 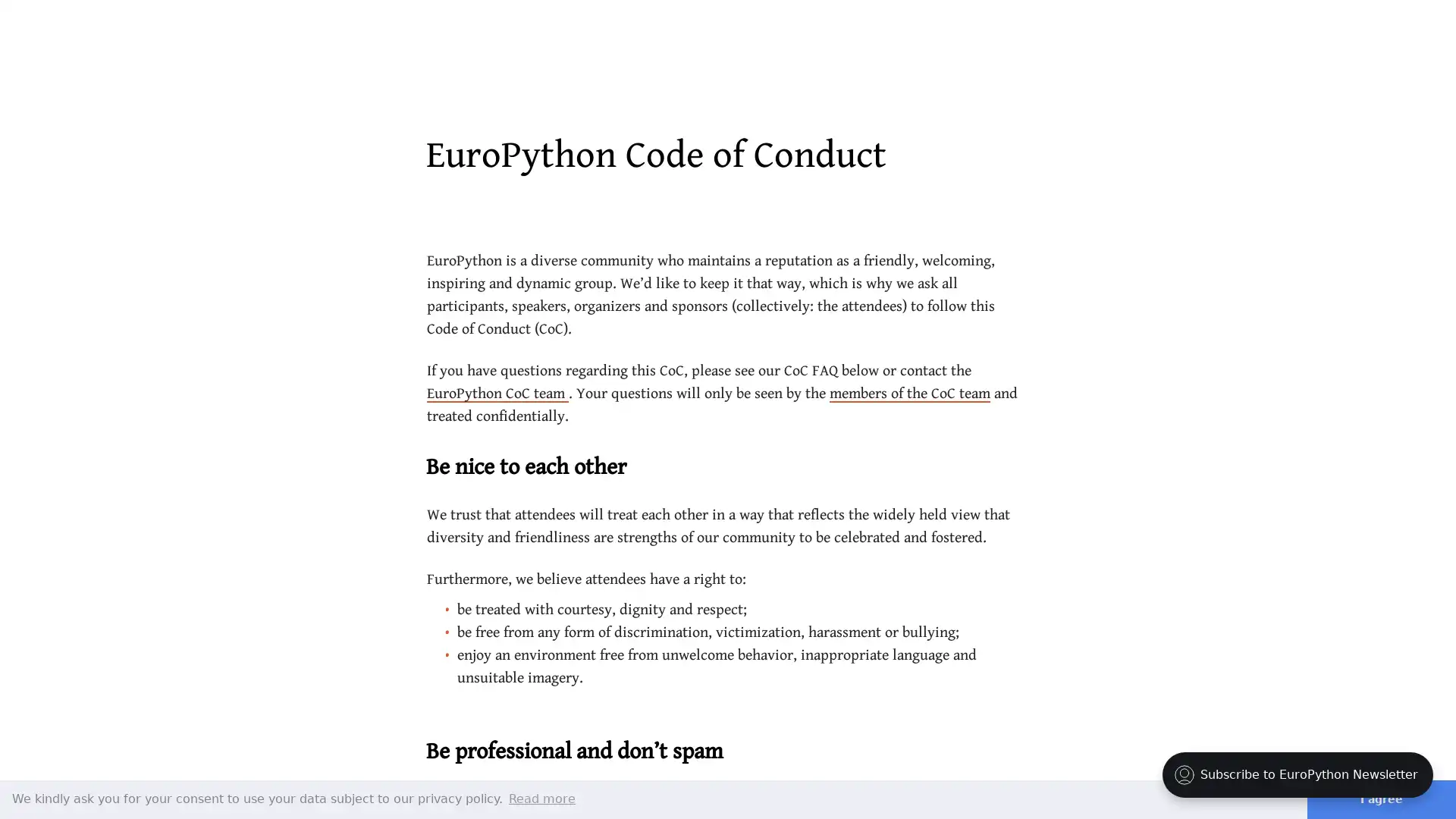 What do you see at coordinates (1398, 29) in the screenshot?
I see `Sign up` at bounding box center [1398, 29].